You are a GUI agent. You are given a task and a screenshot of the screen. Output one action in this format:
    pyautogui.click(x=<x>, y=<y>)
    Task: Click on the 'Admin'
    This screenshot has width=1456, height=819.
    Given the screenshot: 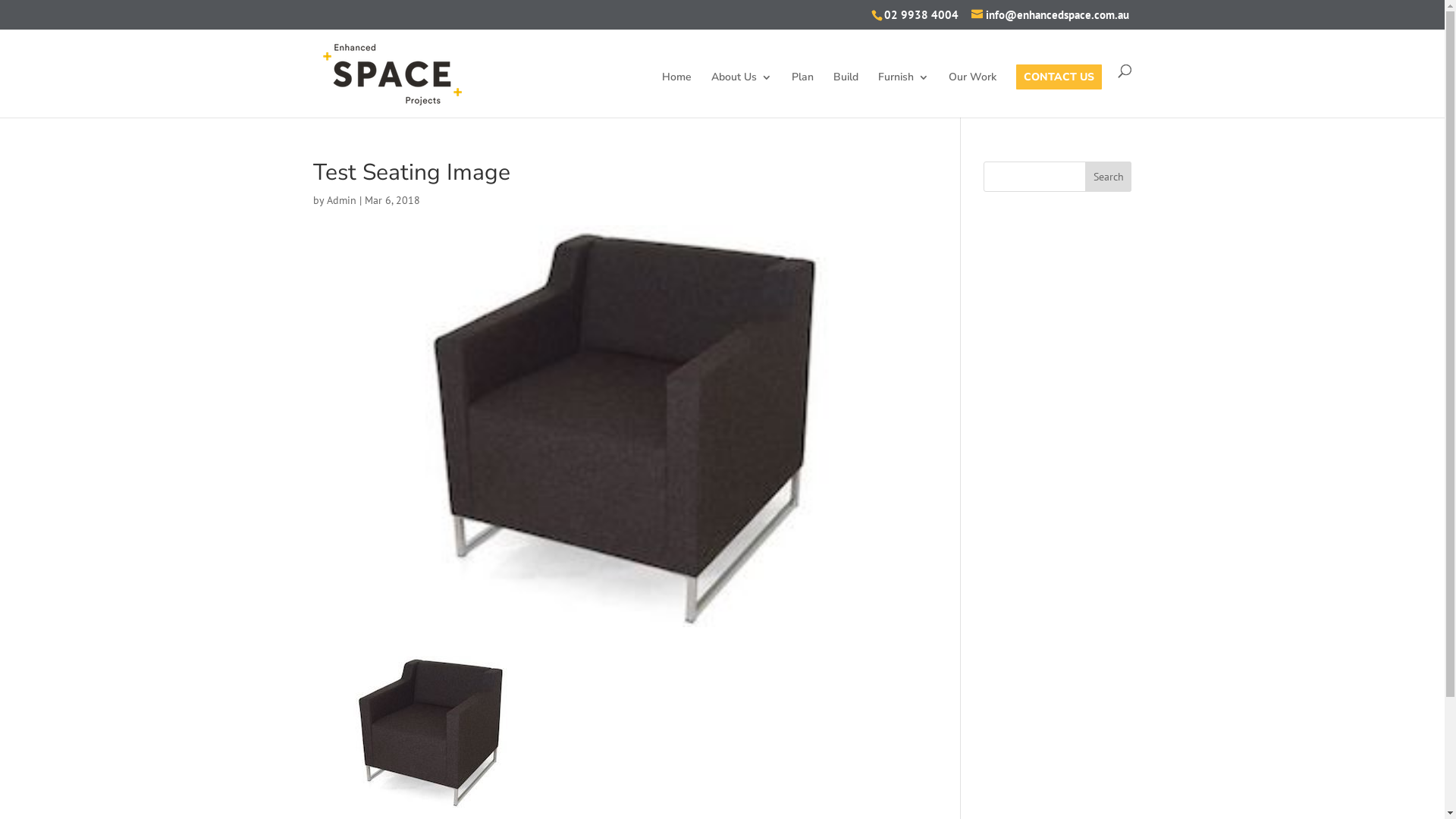 What is the action you would take?
    pyautogui.click(x=340, y=198)
    